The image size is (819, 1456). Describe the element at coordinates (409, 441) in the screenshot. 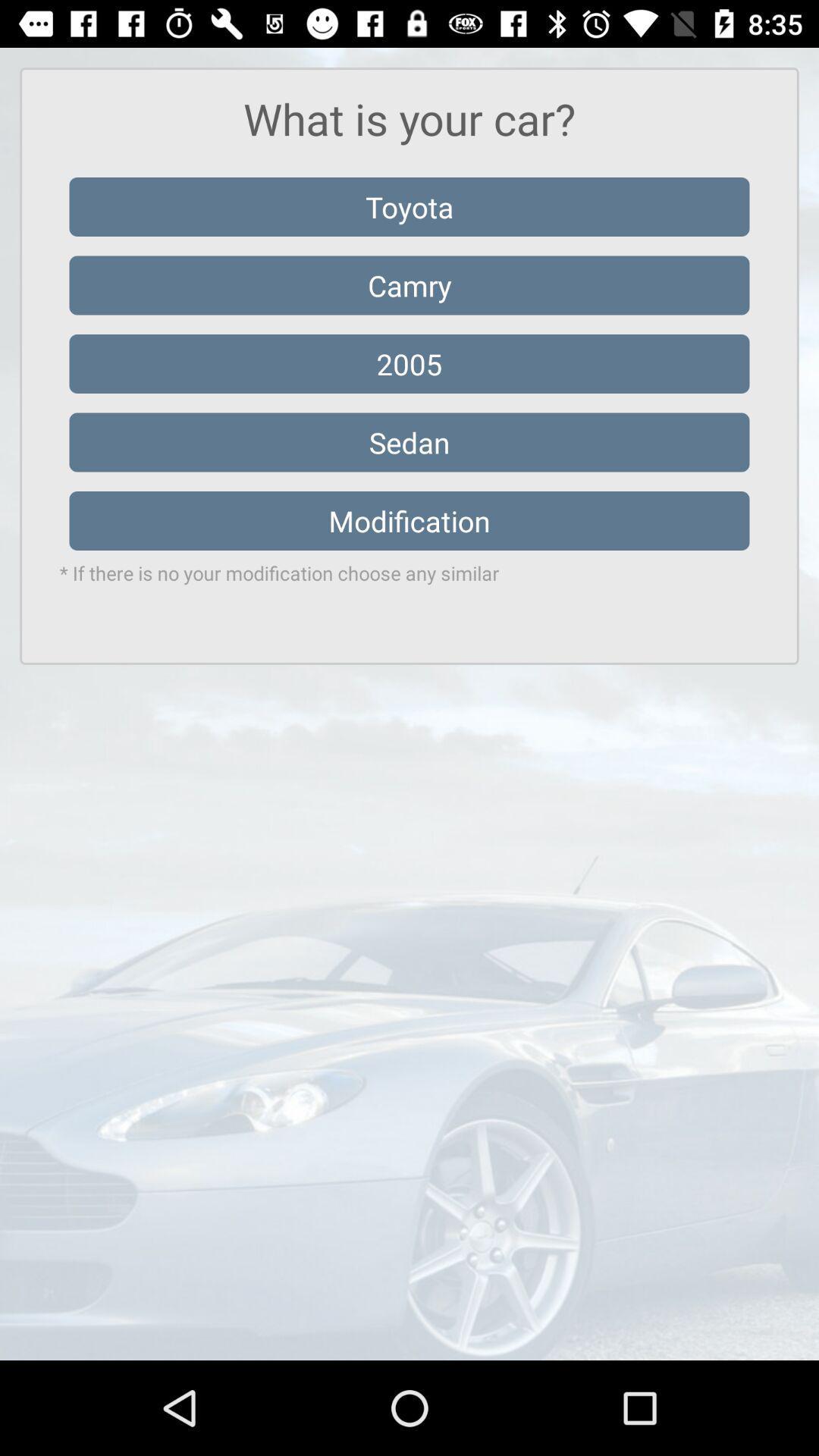

I see `the sedan item` at that location.